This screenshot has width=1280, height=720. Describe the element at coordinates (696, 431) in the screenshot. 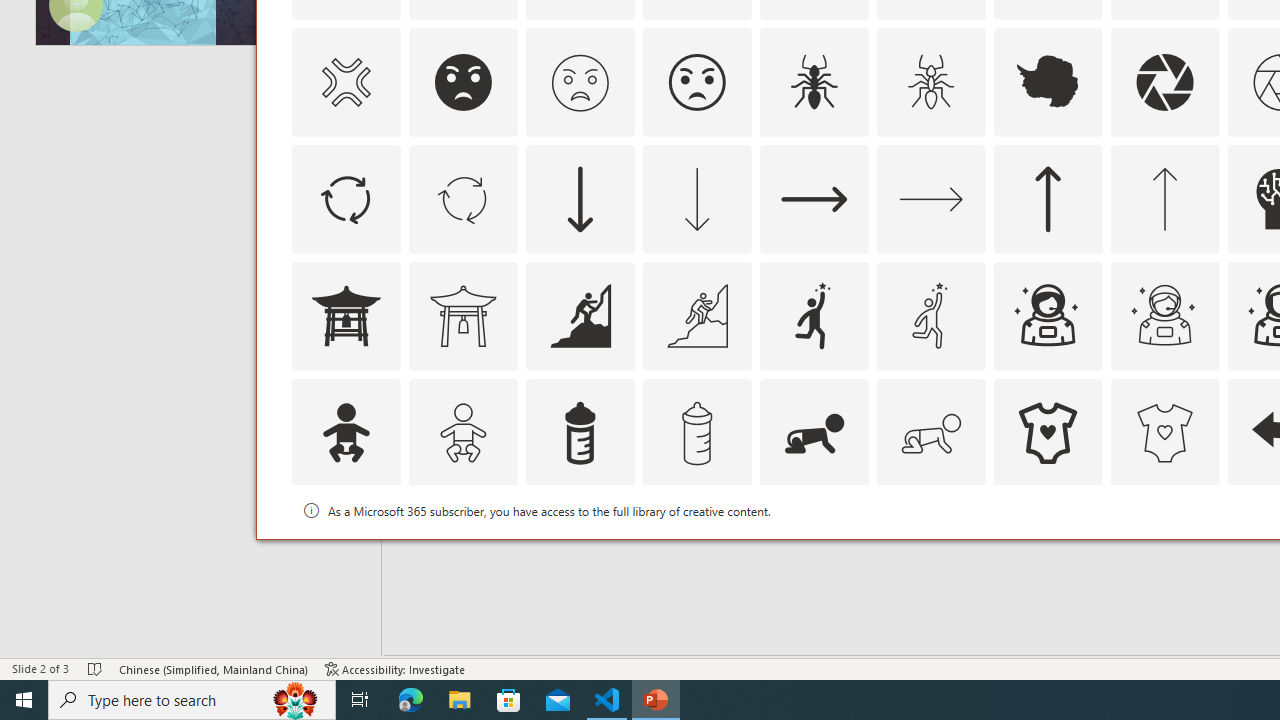

I see `'AutomationID: Icons_BabyBottle_M'` at that location.